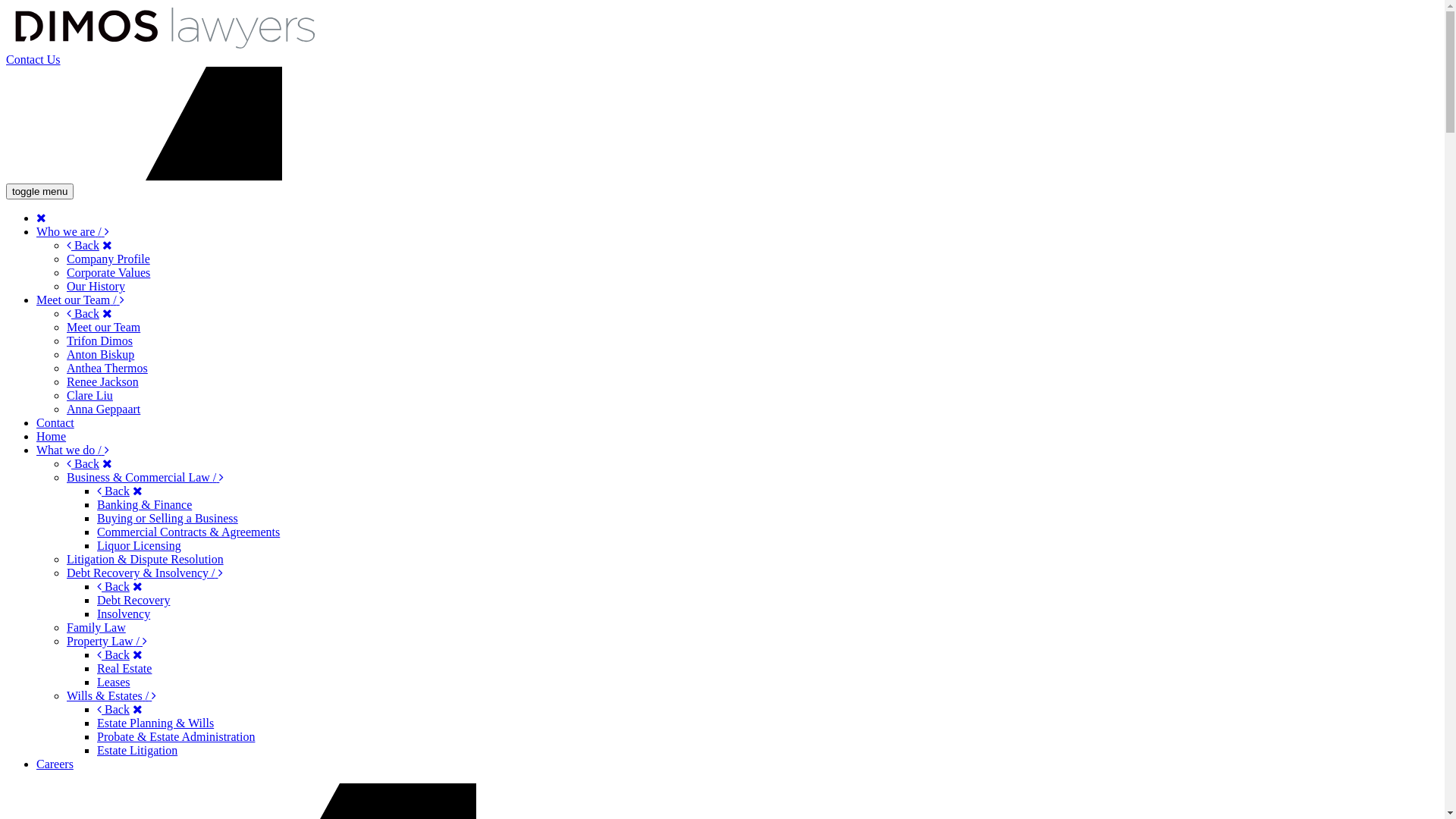 The width and height of the screenshot is (1456, 819). I want to click on 'Estate Planning & Wills', so click(155, 722).